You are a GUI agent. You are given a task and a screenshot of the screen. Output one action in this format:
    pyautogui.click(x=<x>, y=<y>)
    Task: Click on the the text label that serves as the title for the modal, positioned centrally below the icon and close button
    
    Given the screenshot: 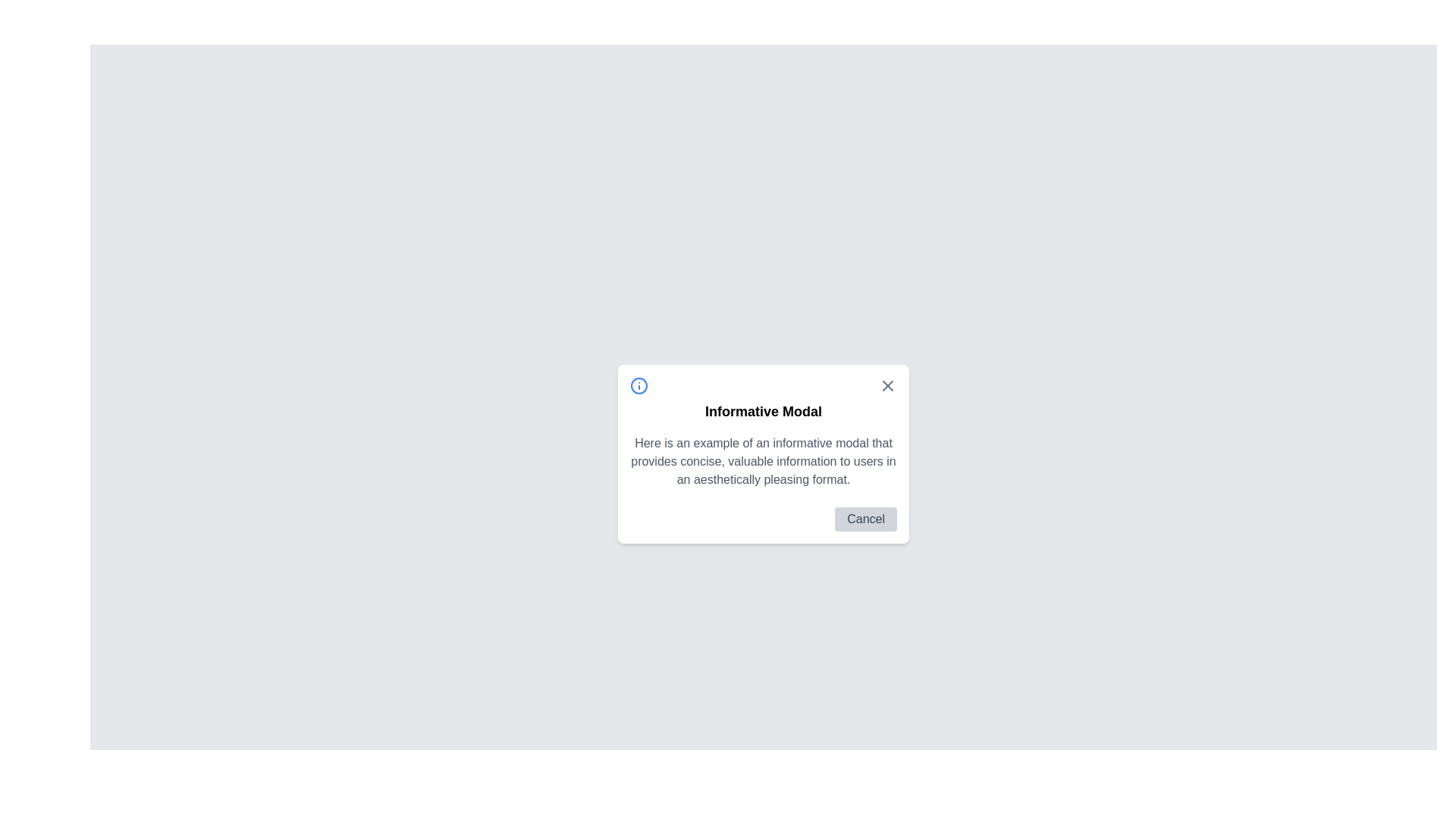 What is the action you would take?
    pyautogui.click(x=764, y=412)
    